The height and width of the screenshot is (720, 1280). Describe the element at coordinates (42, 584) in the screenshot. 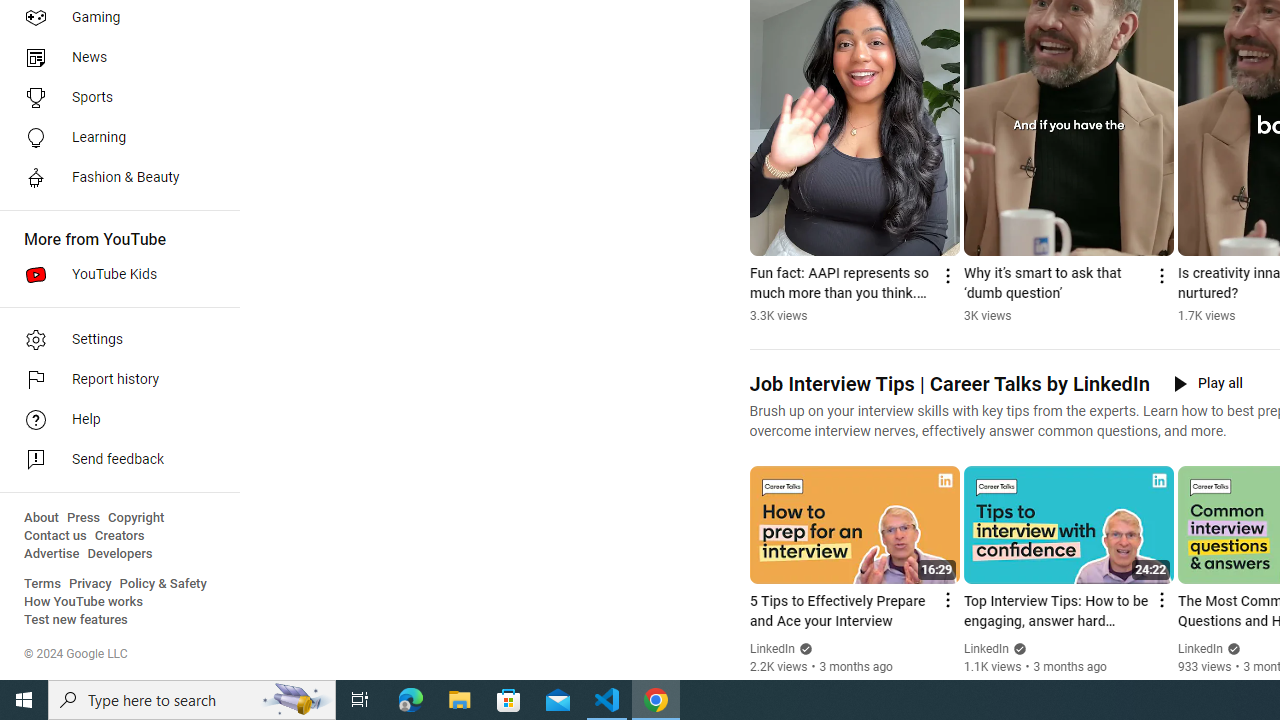

I see `'Terms'` at that location.